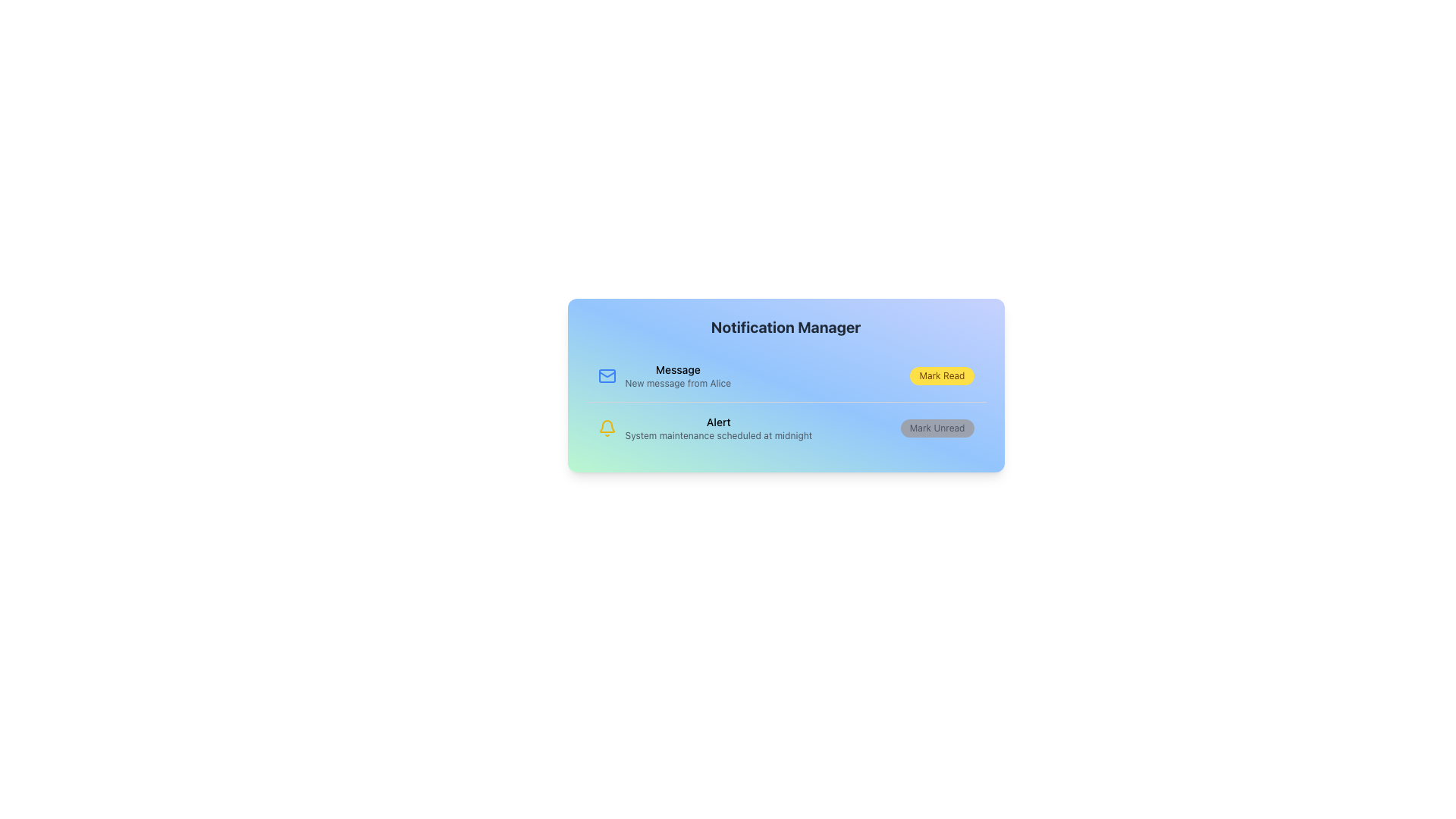  What do you see at coordinates (607, 375) in the screenshot?
I see `the light blue rectangular mail envelope icon with rounded corners located at the top left of the 'Notification Manager' panel labeled 'Message'` at bounding box center [607, 375].